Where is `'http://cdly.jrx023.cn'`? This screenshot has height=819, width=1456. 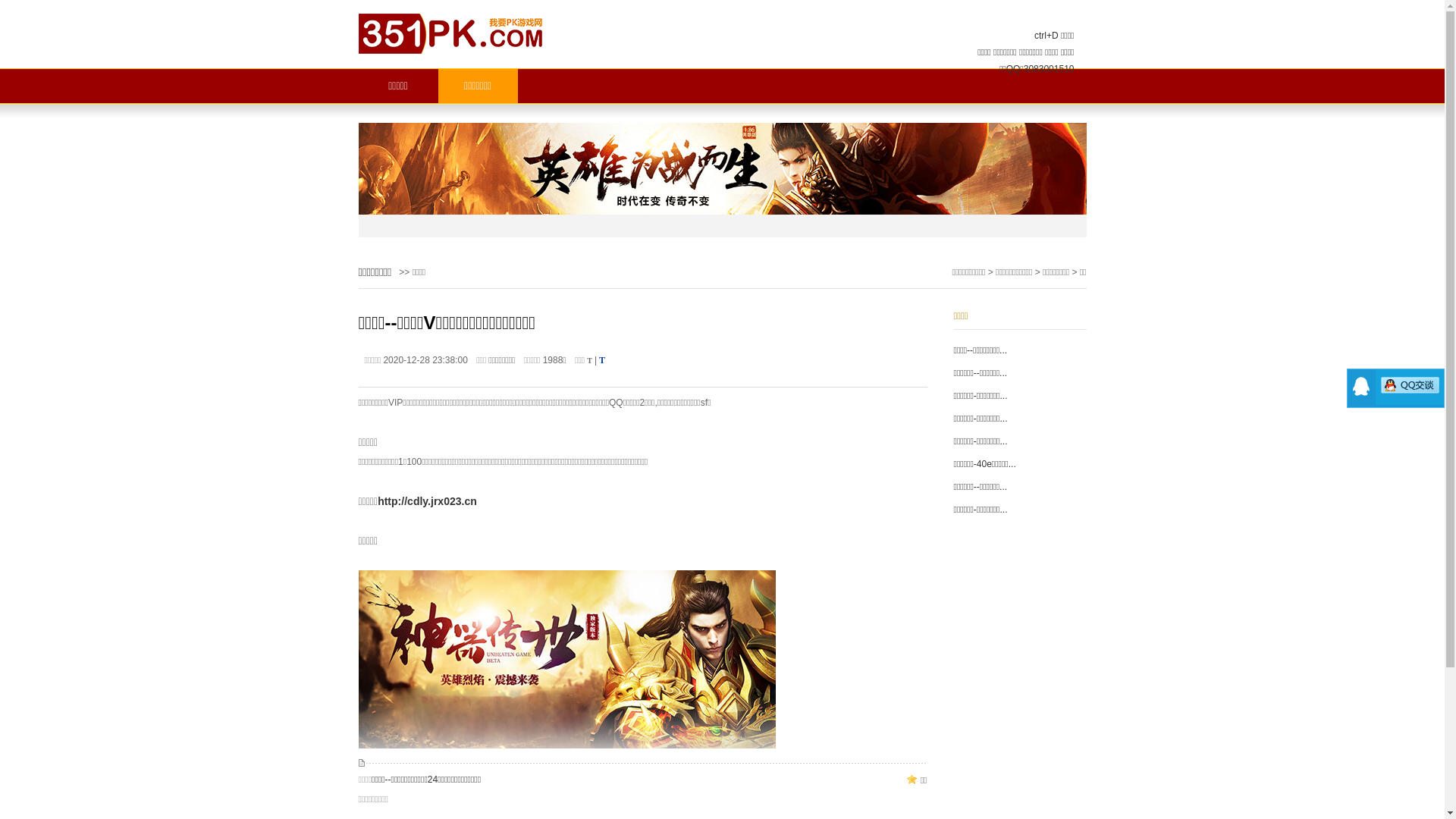 'http://cdly.jrx023.cn' is located at coordinates (378, 500).